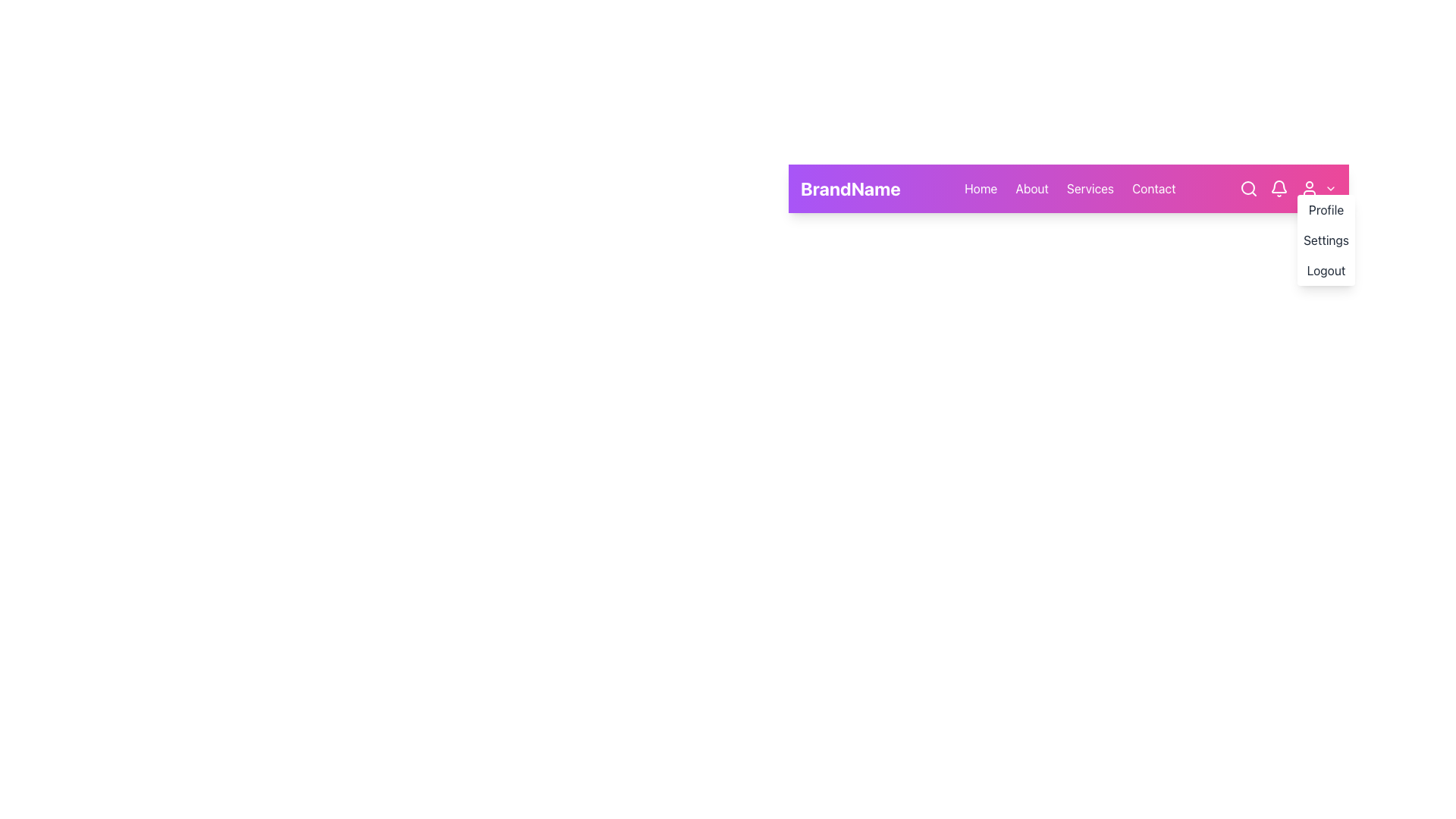 The height and width of the screenshot is (819, 1456). Describe the element at coordinates (1326, 239) in the screenshot. I see `the second item of the dropdown menu located in the top-right corner of the interface, which is labeled 'Settings' and is part of a navigation bar` at that location.